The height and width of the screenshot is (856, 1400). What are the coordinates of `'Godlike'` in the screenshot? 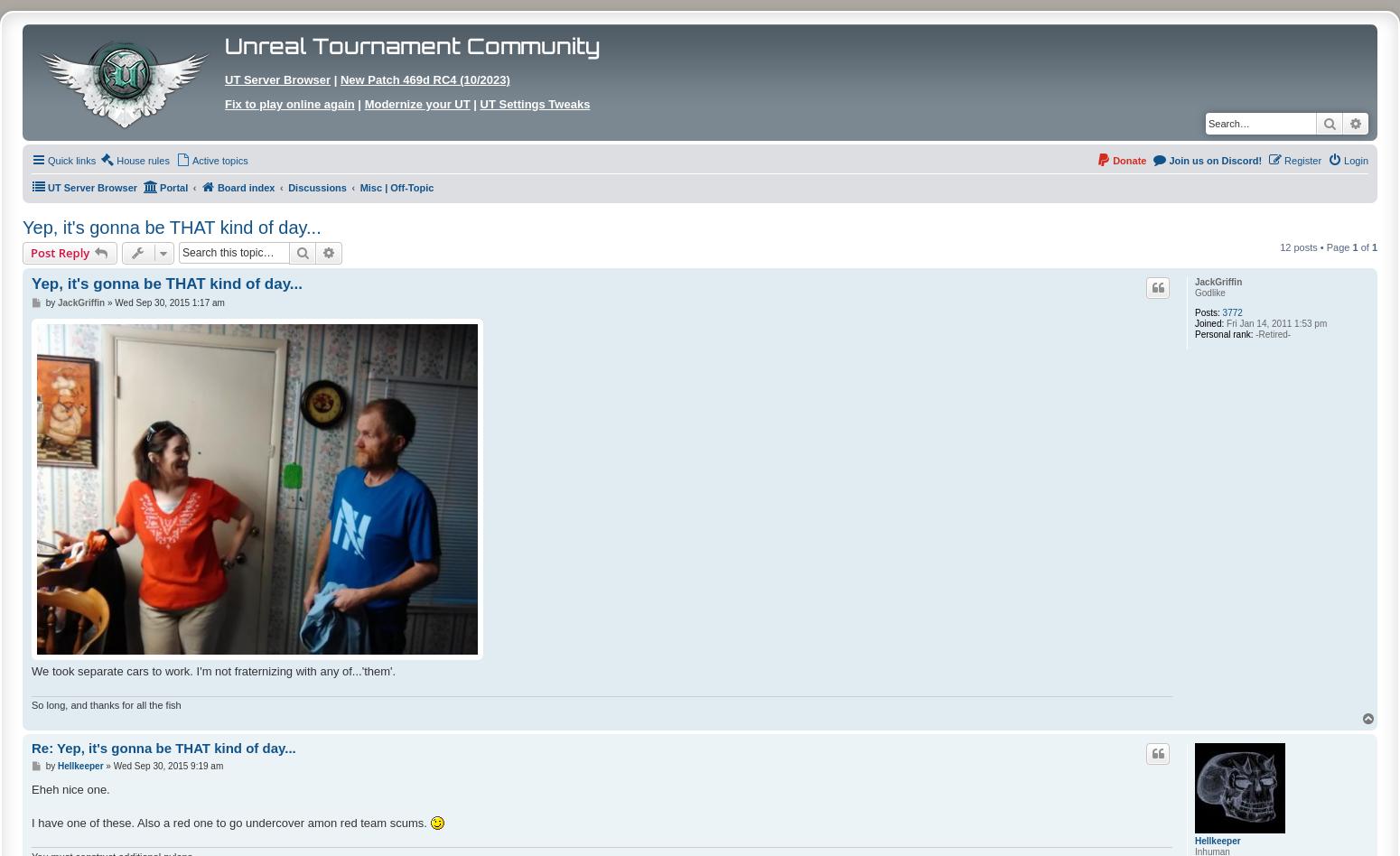 It's located at (1209, 292).